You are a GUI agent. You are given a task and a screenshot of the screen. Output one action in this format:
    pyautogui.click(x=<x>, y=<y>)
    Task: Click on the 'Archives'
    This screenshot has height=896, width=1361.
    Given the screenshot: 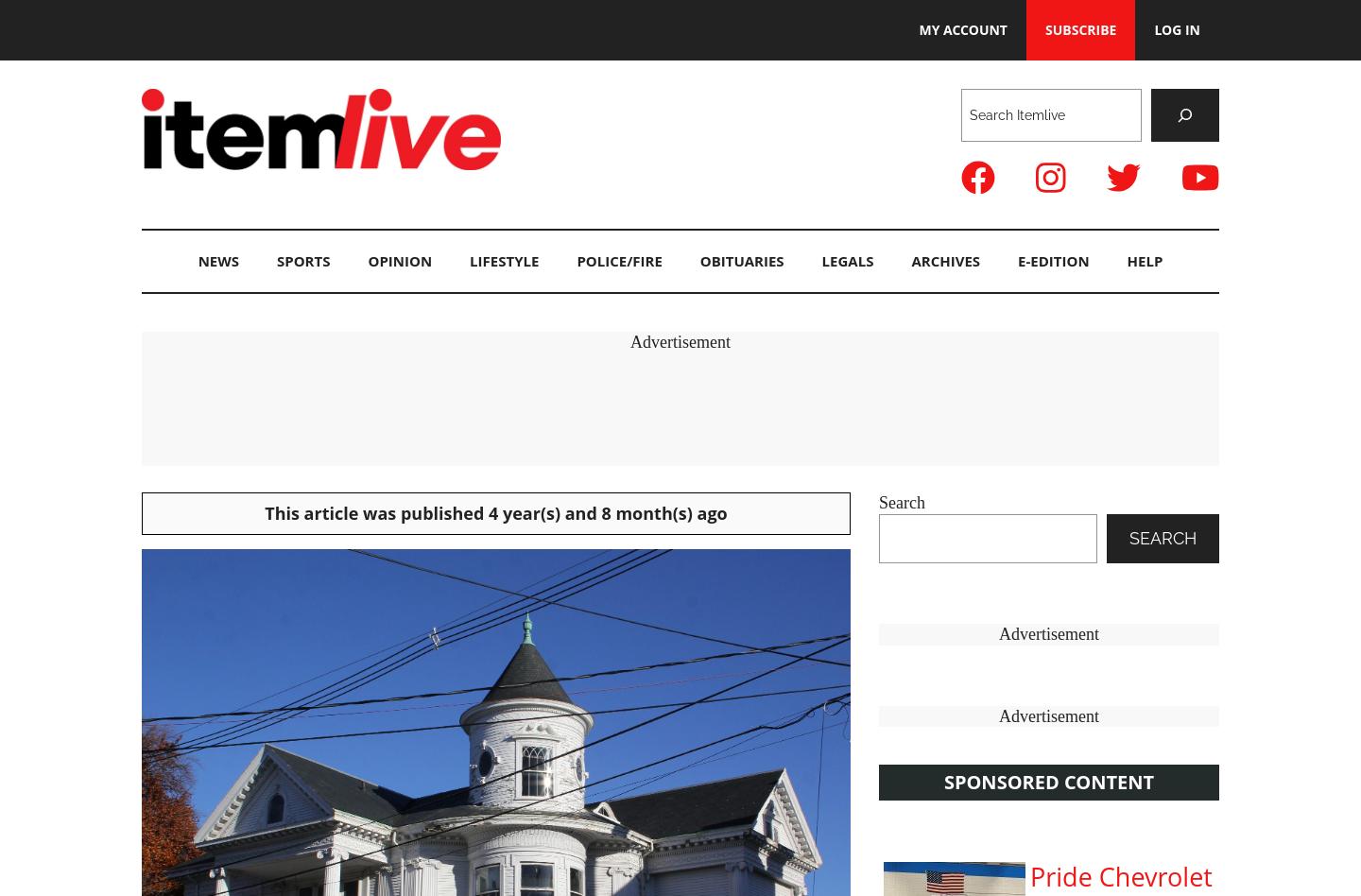 What is the action you would take?
    pyautogui.click(x=944, y=260)
    